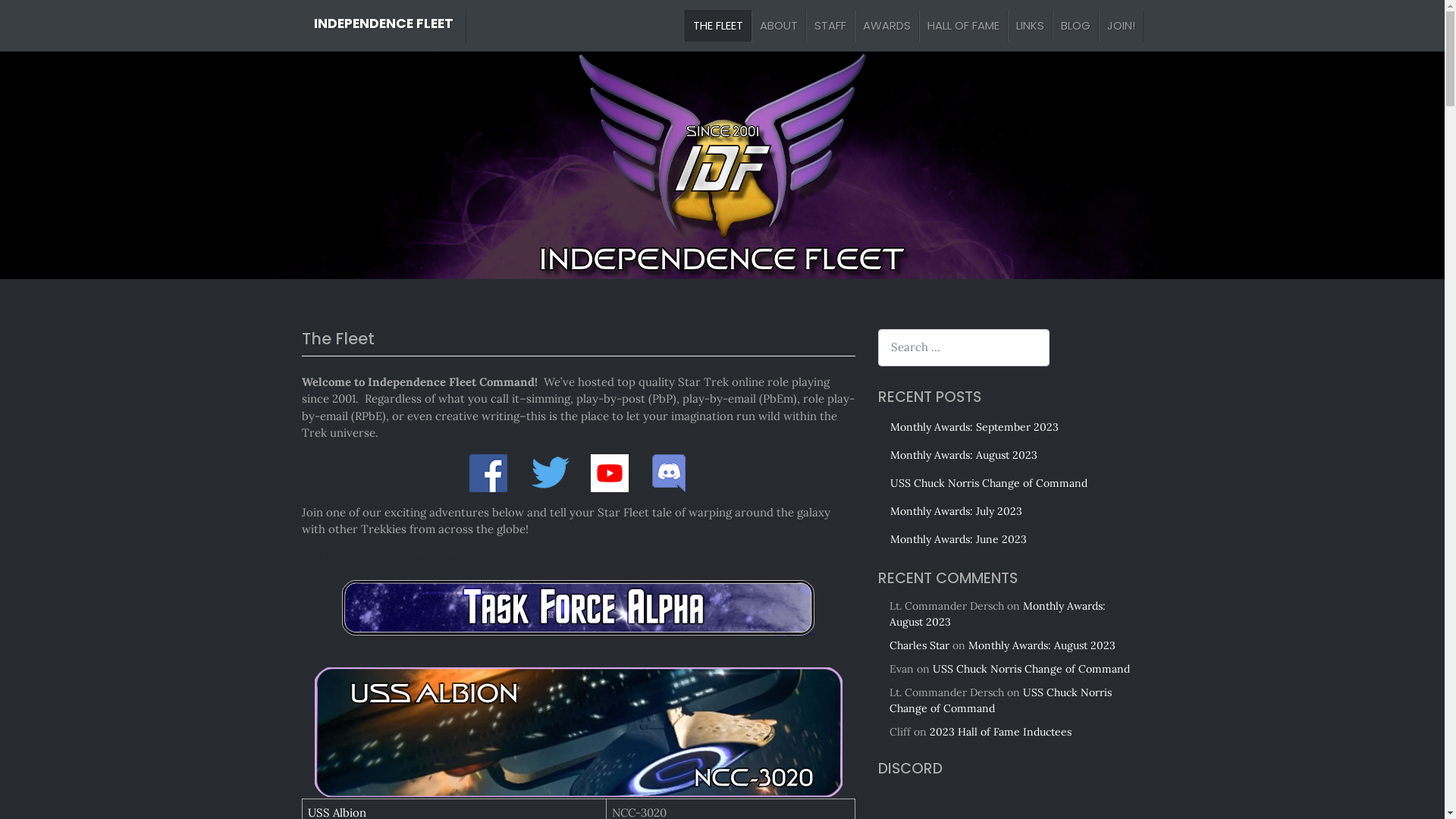 Image resolution: width=1456 pixels, height=819 pixels. I want to click on 'AWARDS', so click(886, 26).